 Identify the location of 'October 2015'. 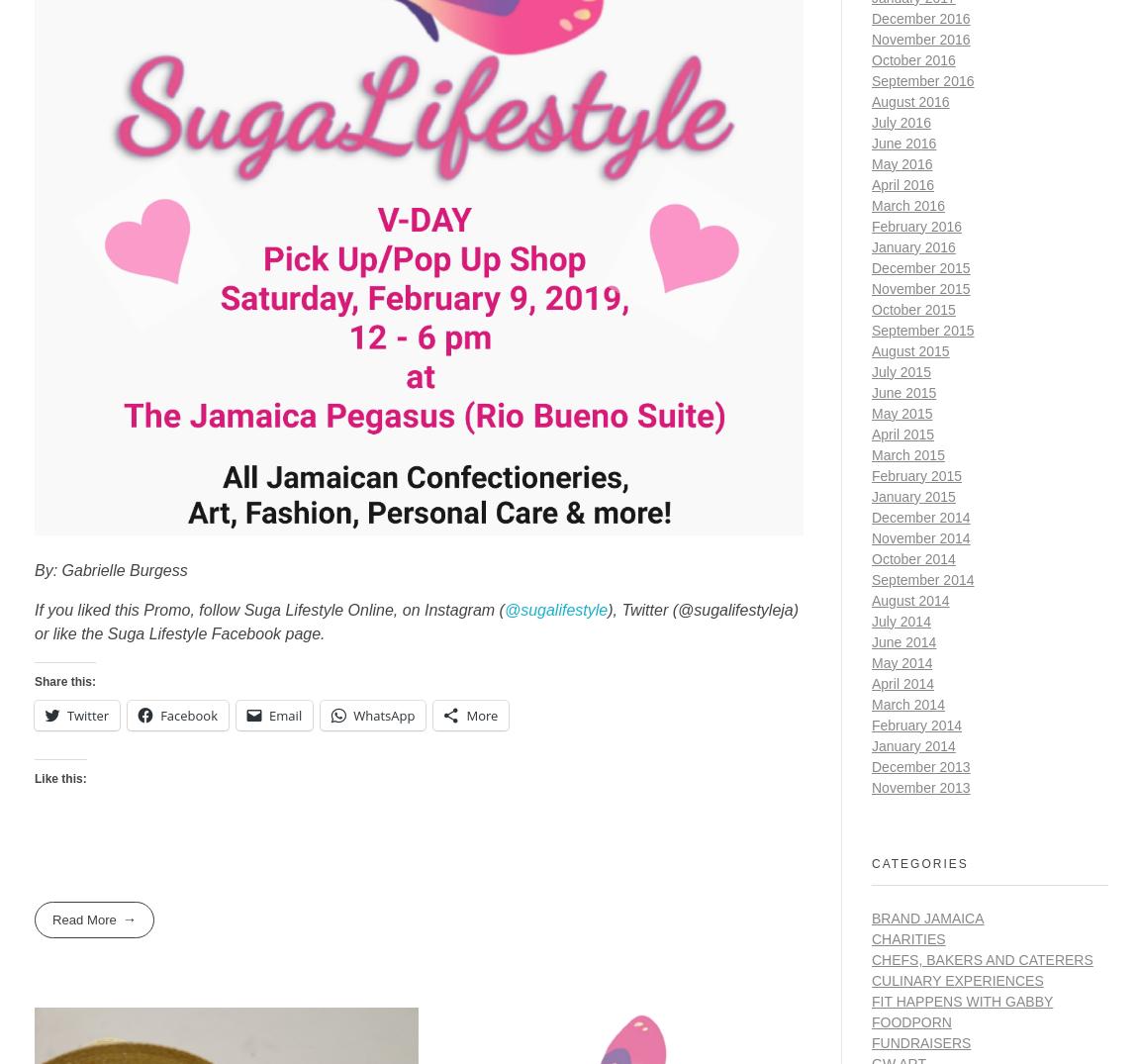
(872, 307).